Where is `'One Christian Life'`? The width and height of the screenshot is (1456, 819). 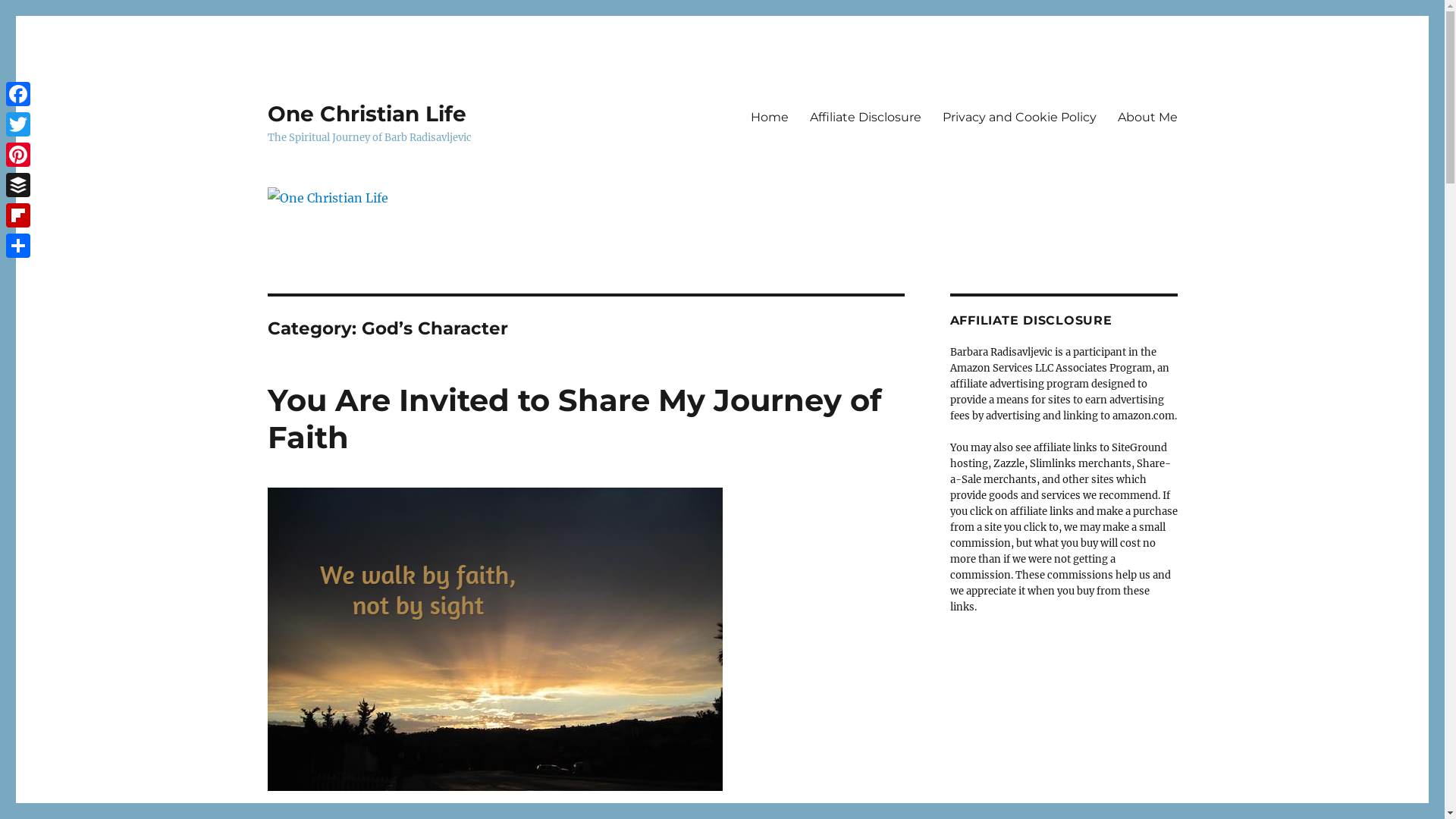 'One Christian Life' is located at coordinates (366, 113).